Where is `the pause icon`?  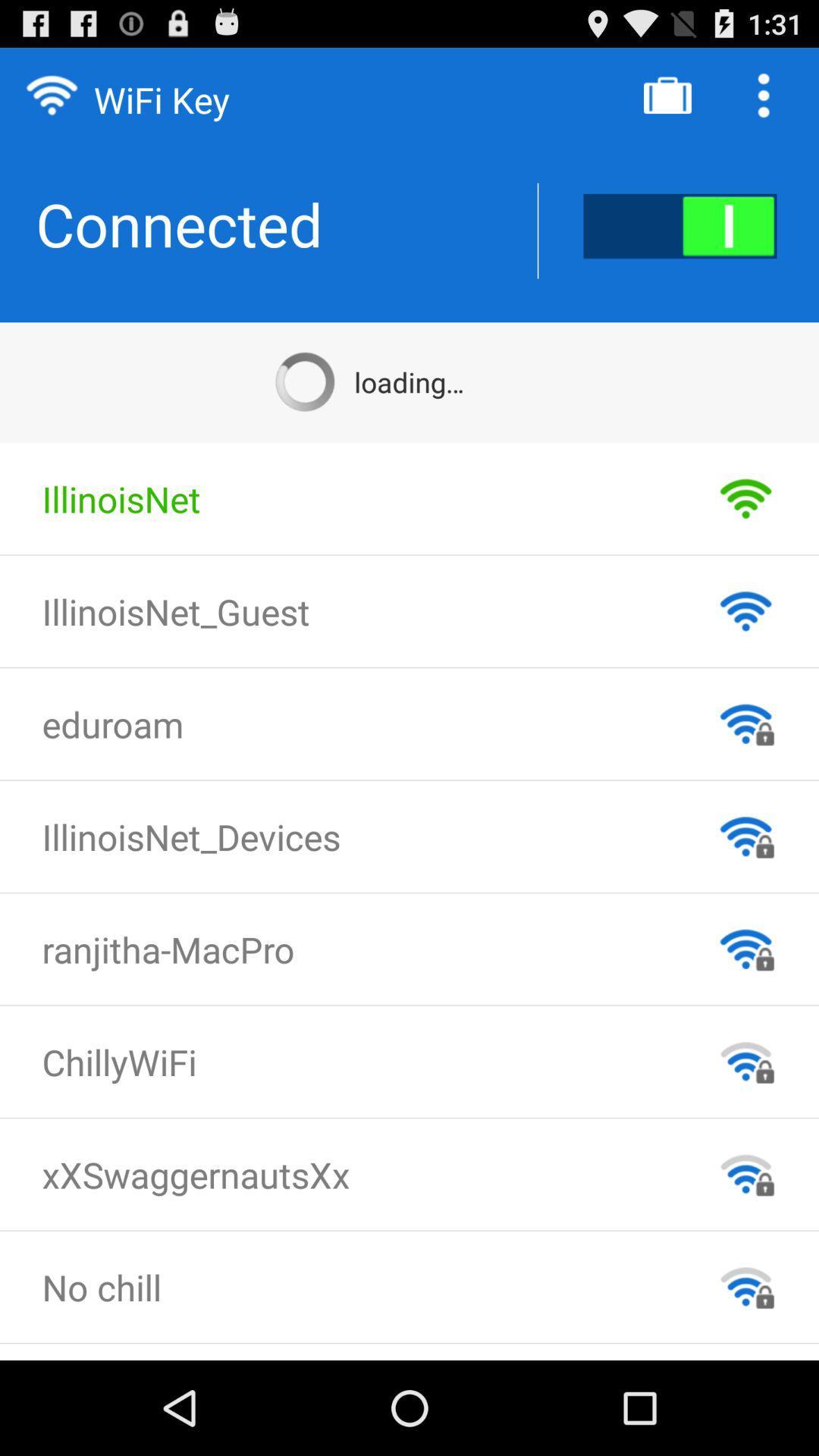 the pause icon is located at coordinates (679, 241).